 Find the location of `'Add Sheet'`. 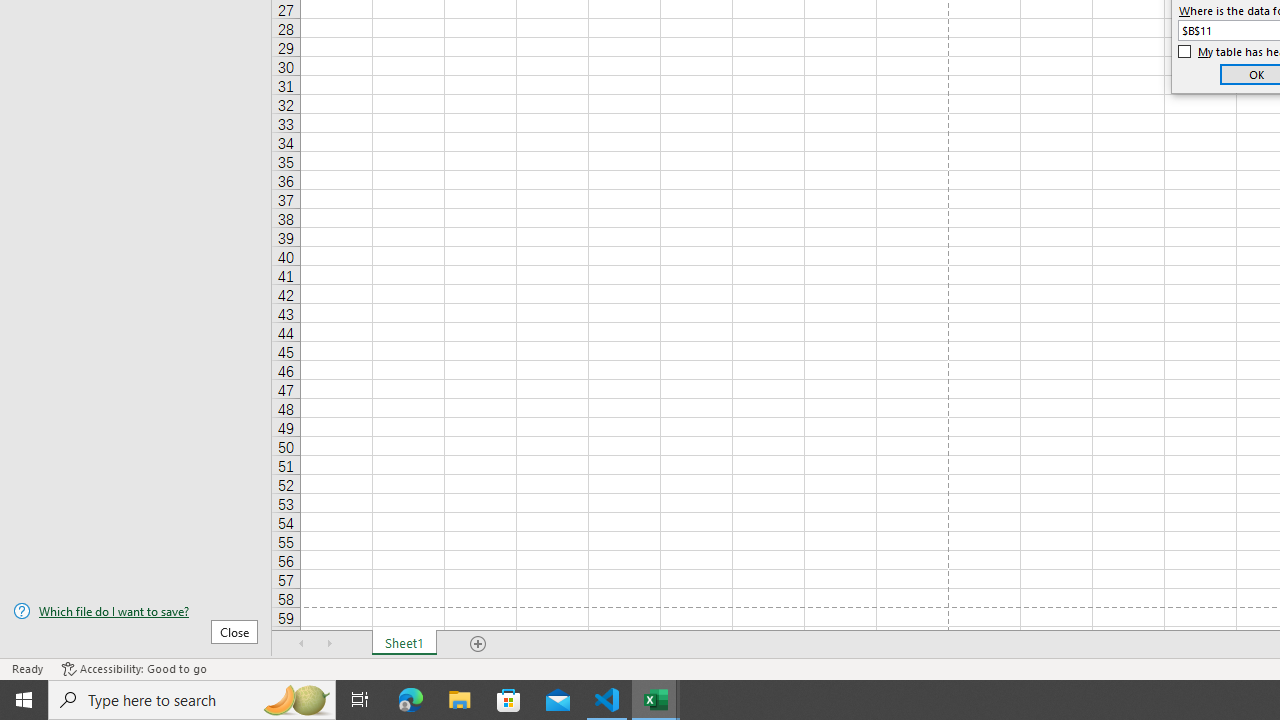

'Add Sheet' is located at coordinates (477, 644).